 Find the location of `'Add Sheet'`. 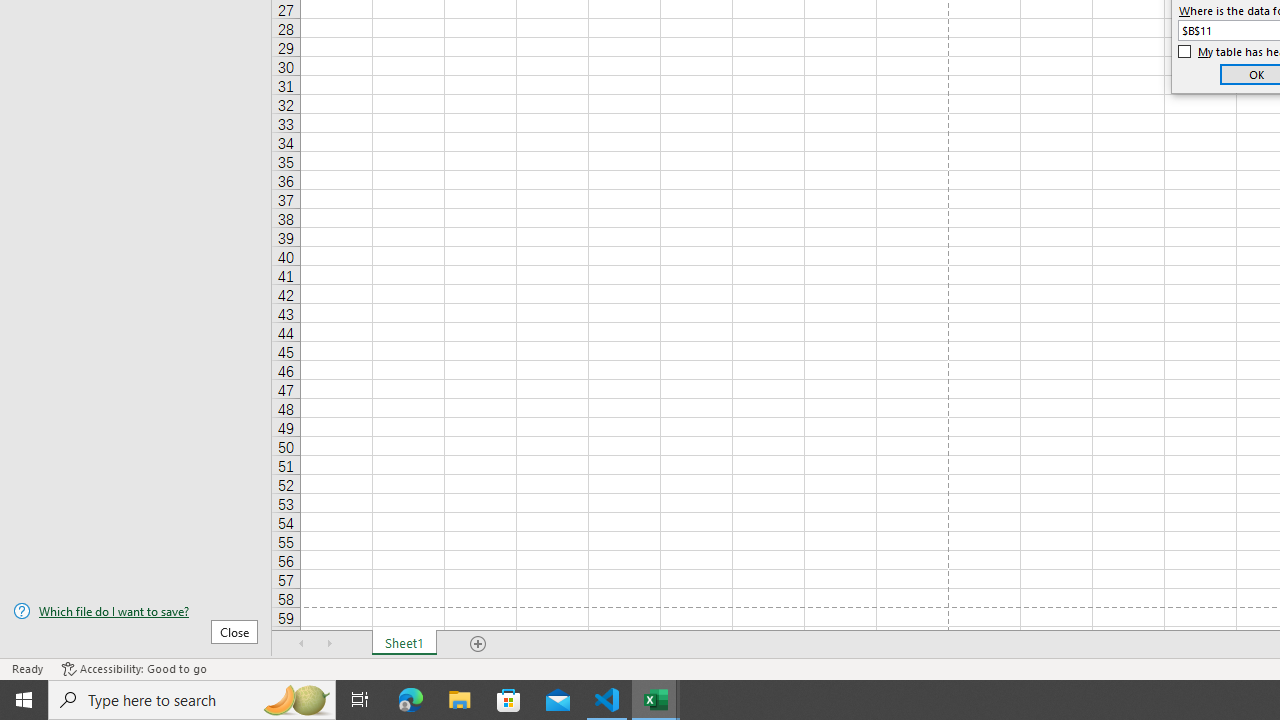

'Add Sheet' is located at coordinates (477, 644).